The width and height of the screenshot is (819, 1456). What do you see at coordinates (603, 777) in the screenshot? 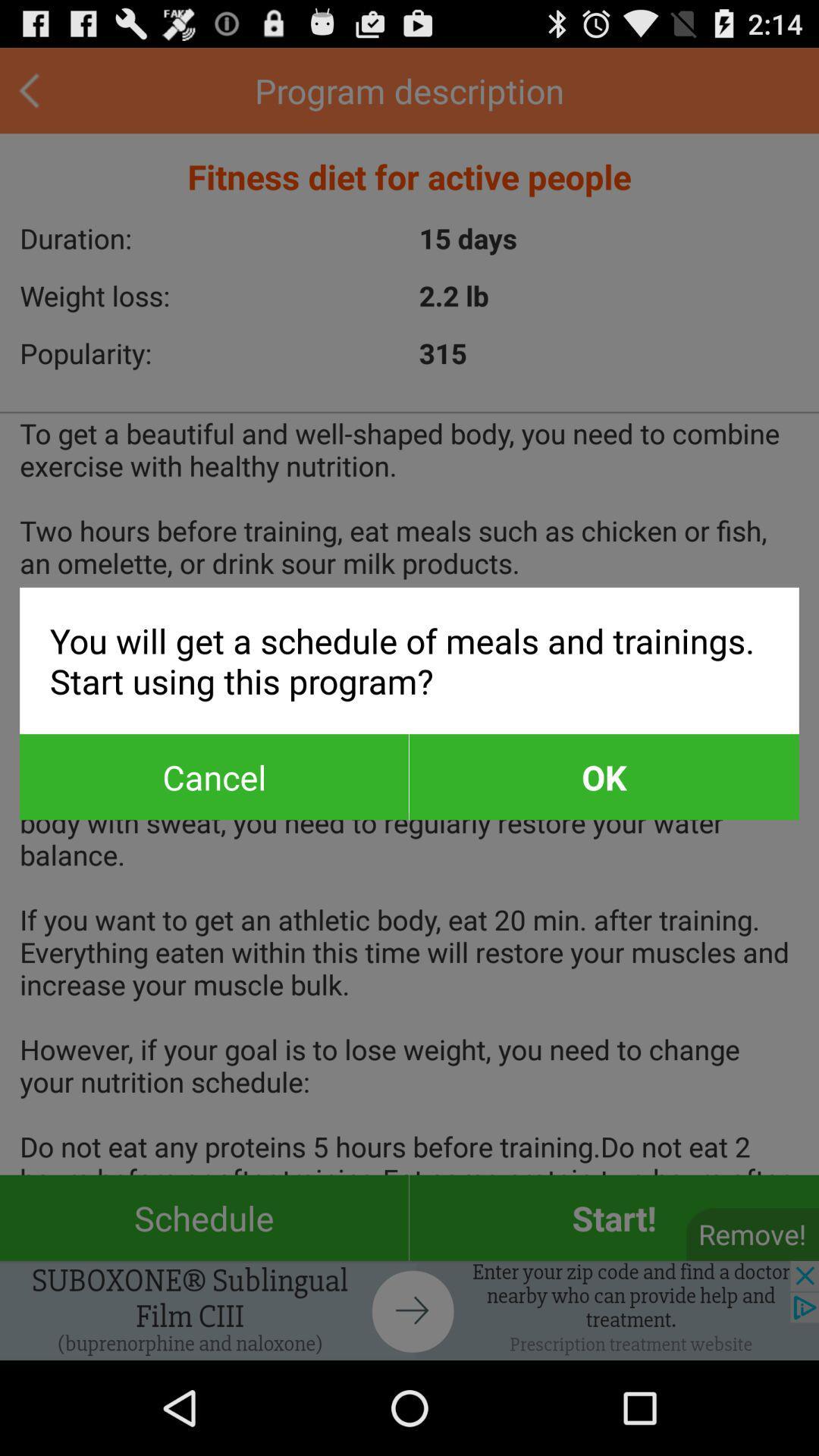
I see `icon below you will get` at bounding box center [603, 777].